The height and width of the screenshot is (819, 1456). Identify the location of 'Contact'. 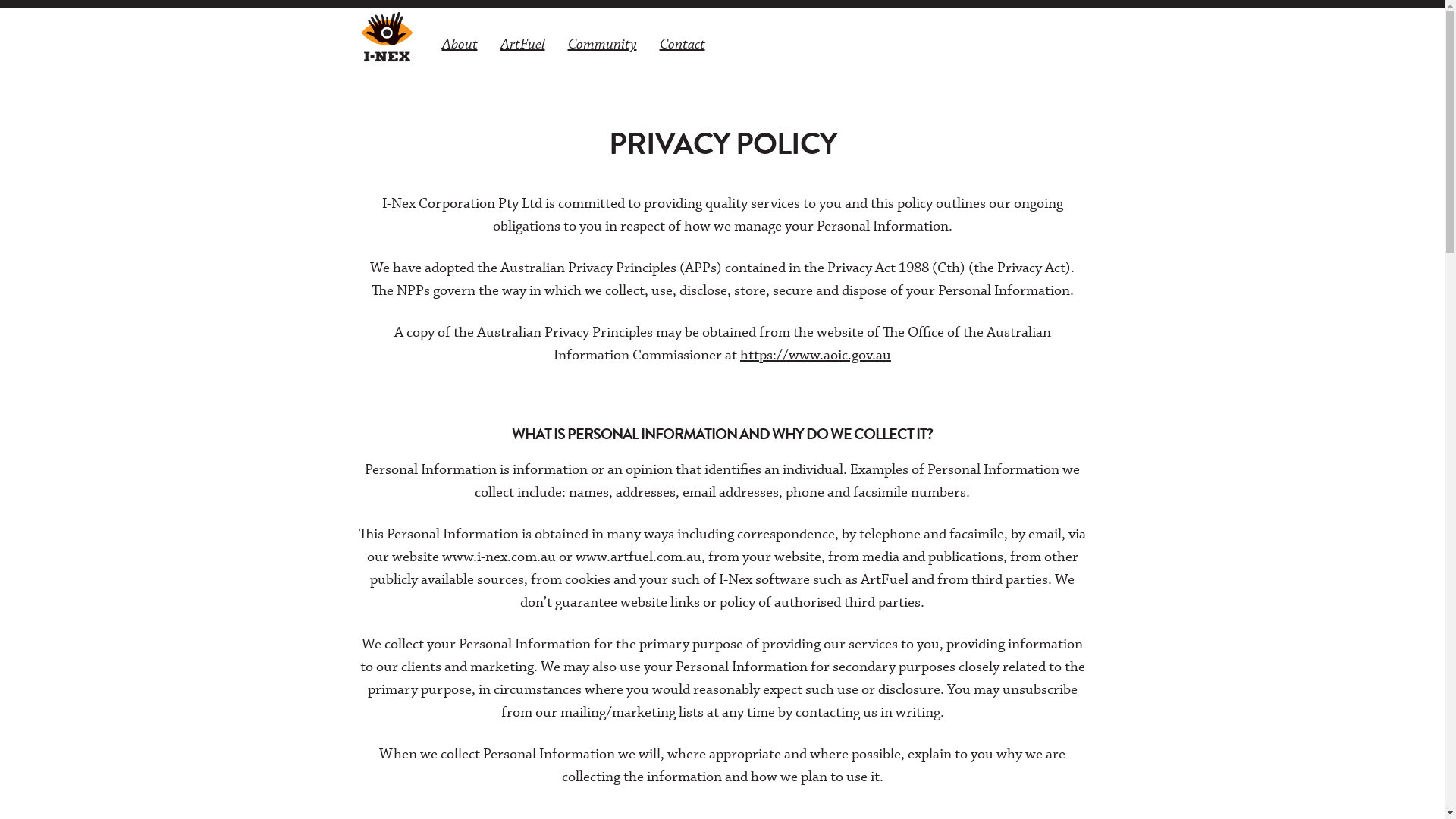
(680, 42).